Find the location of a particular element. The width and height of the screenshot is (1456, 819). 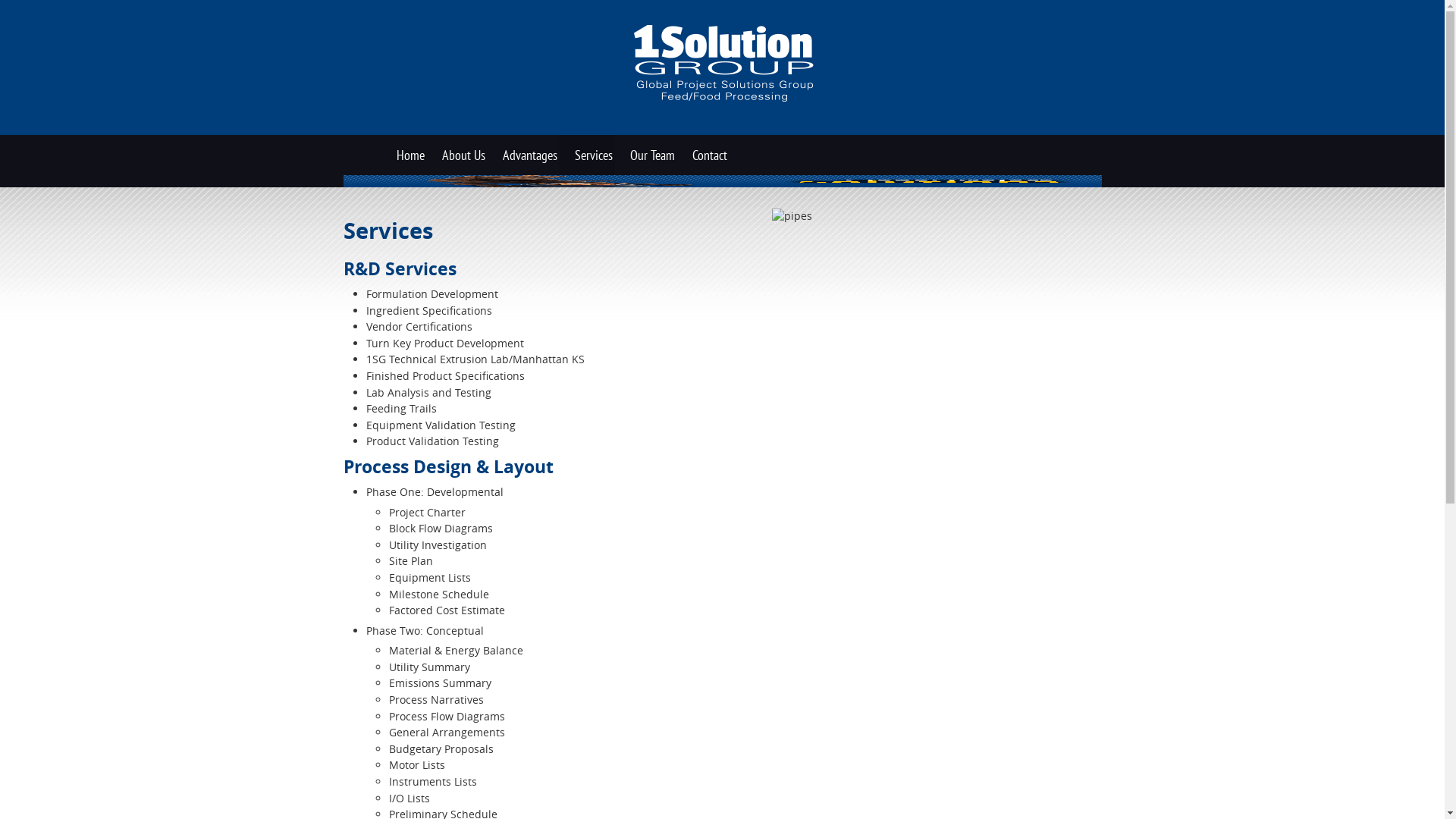

'Advantages' is located at coordinates (522, 155).